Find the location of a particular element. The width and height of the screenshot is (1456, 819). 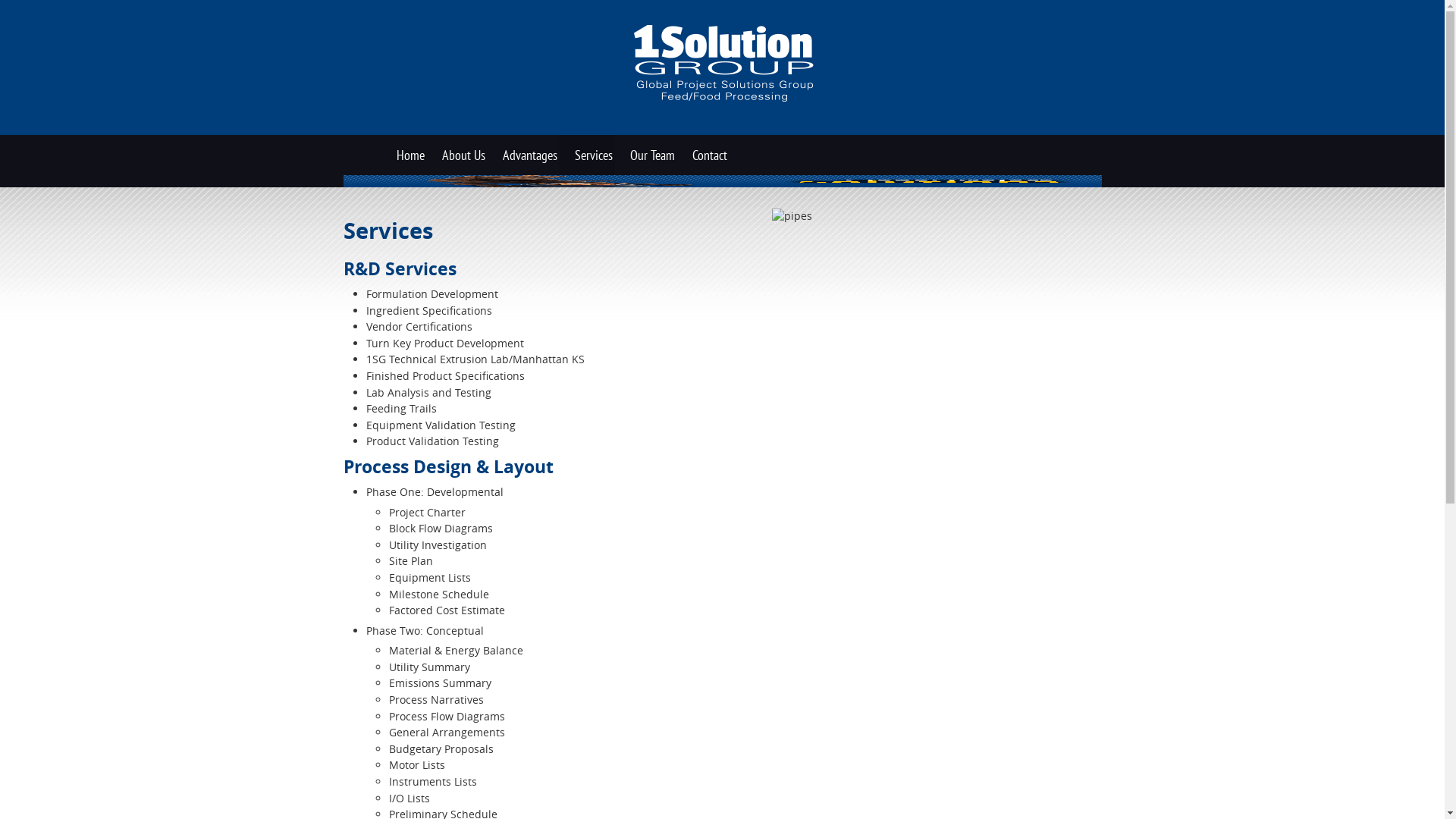

'Advantages' is located at coordinates (522, 155).